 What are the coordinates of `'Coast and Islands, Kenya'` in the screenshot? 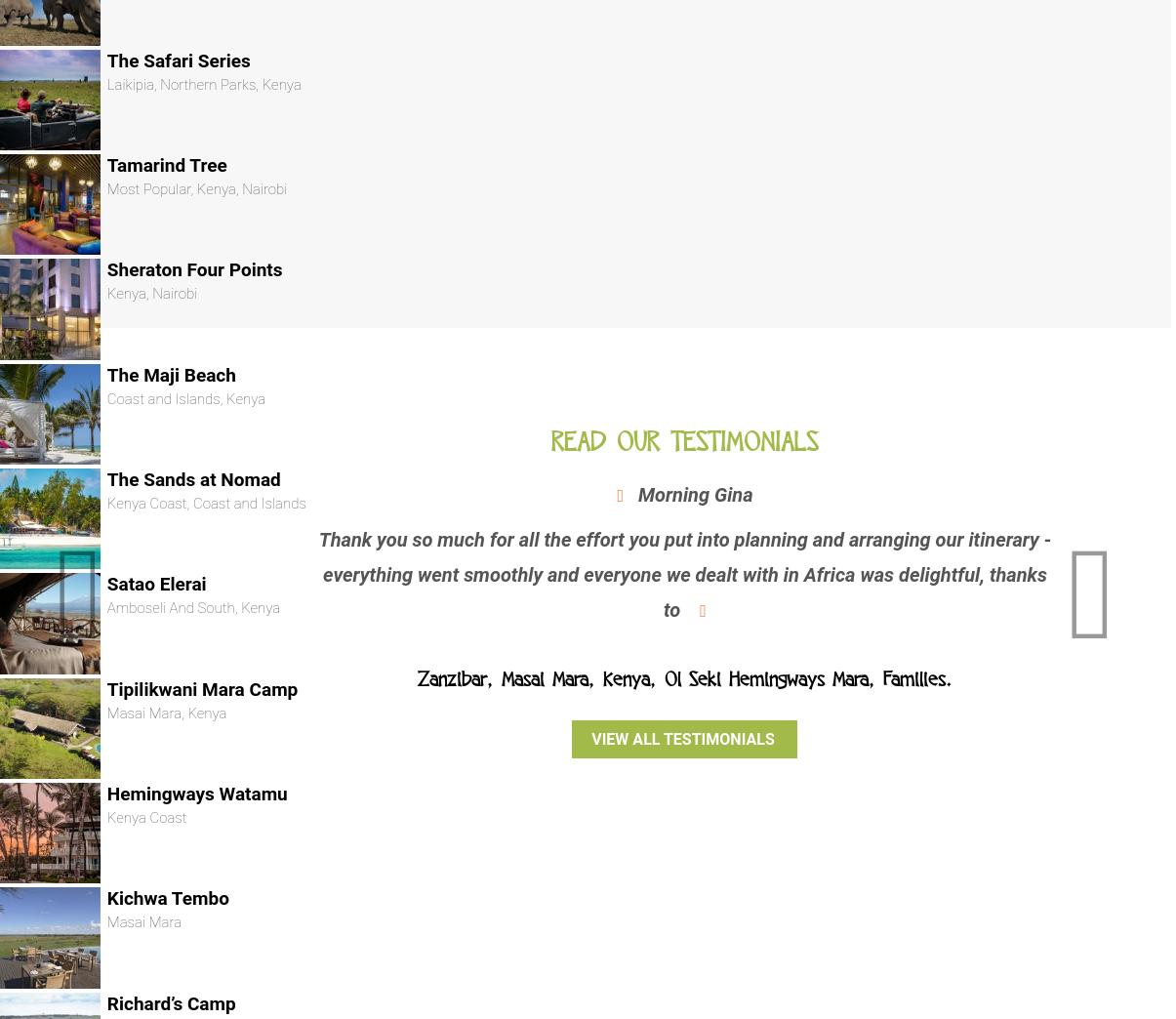 It's located at (184, 396).